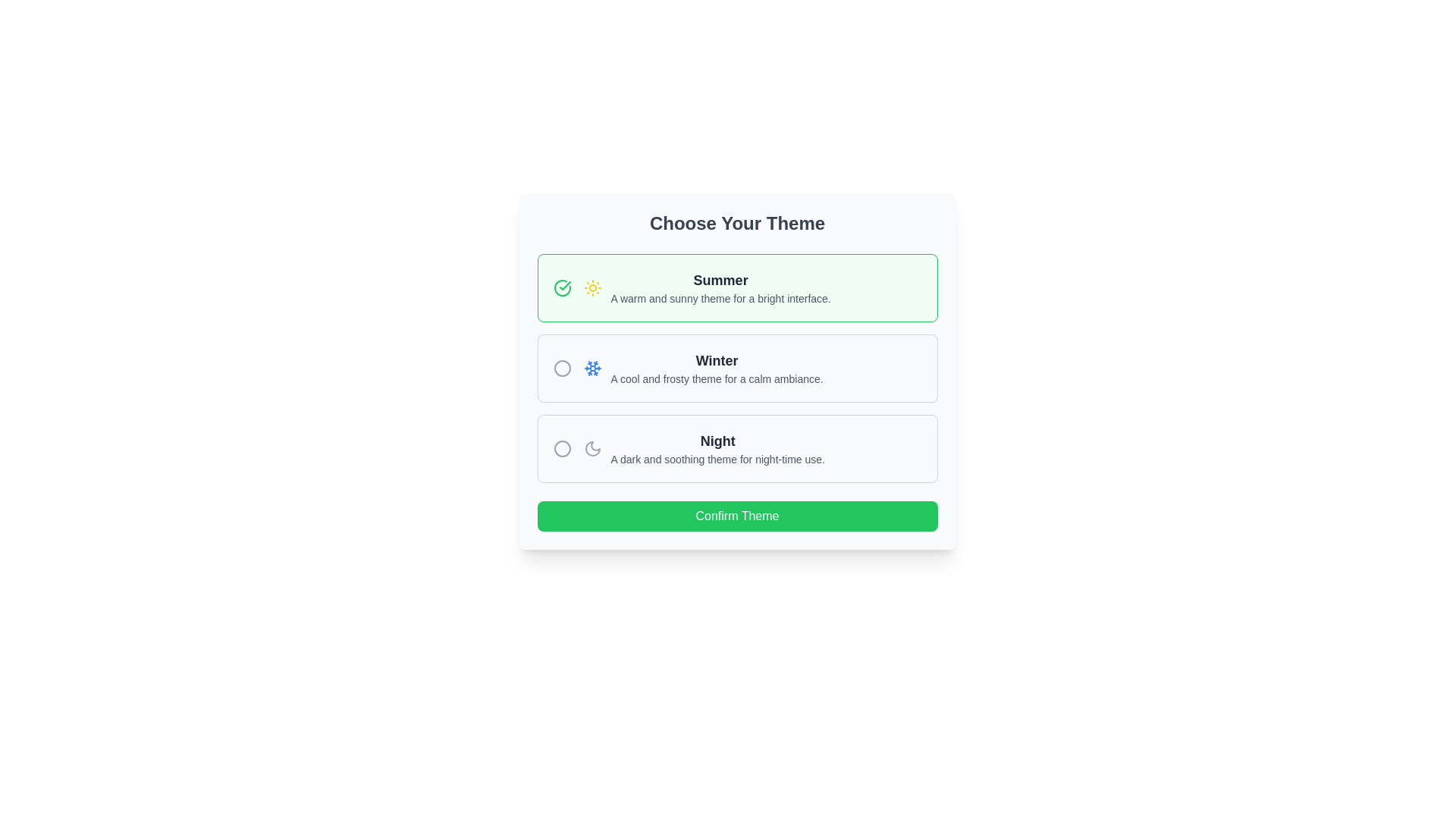  I want to click on the crescent moon icon representing the 'Night' theme located in the third theme option of the 'Choose Your Theme' section, positioned to the left of the text 'Night', so click(591, 447).